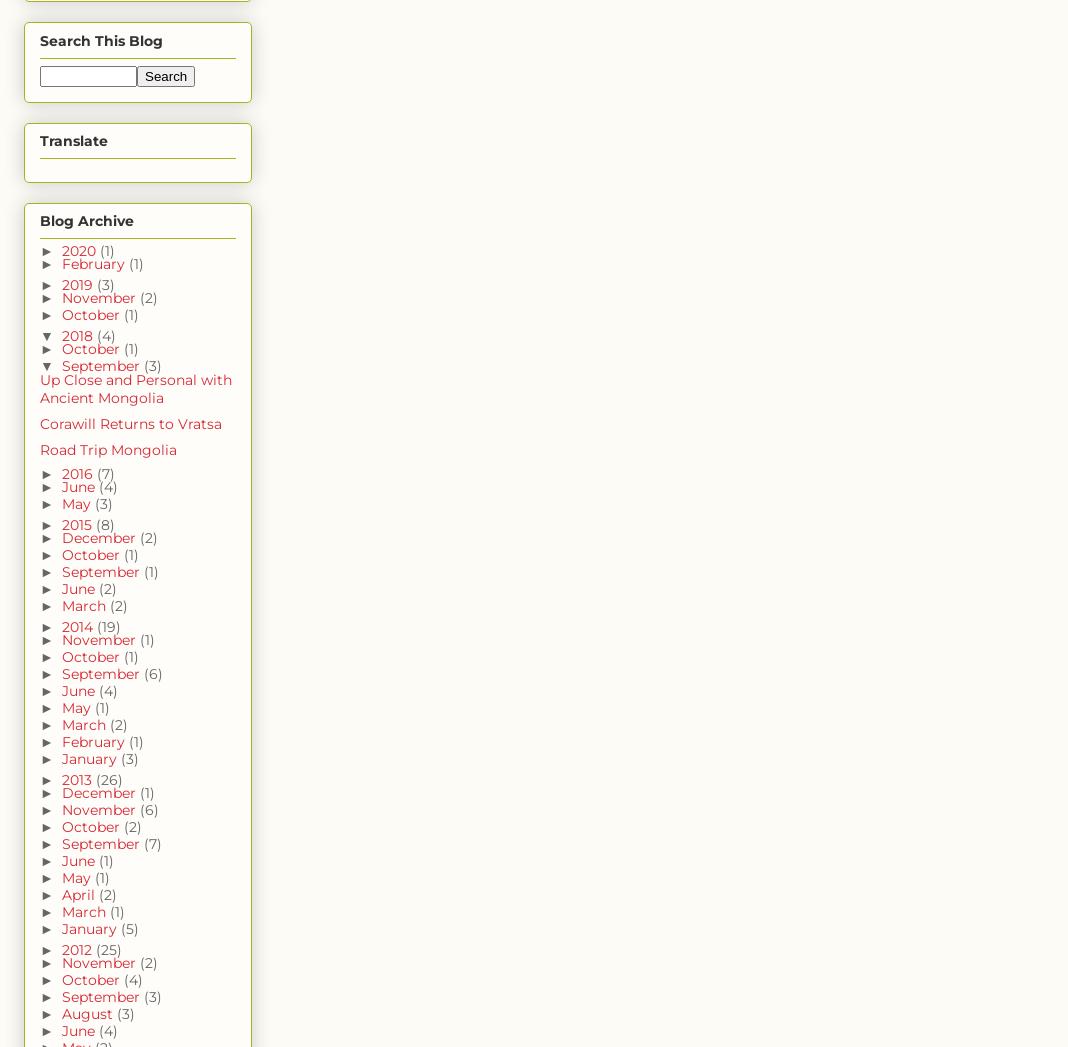 The width and height of the screenshot is (1068, 1047). Describe the element at coordinates (59, 626) in the screenshot. I see `'2014'` at that location.